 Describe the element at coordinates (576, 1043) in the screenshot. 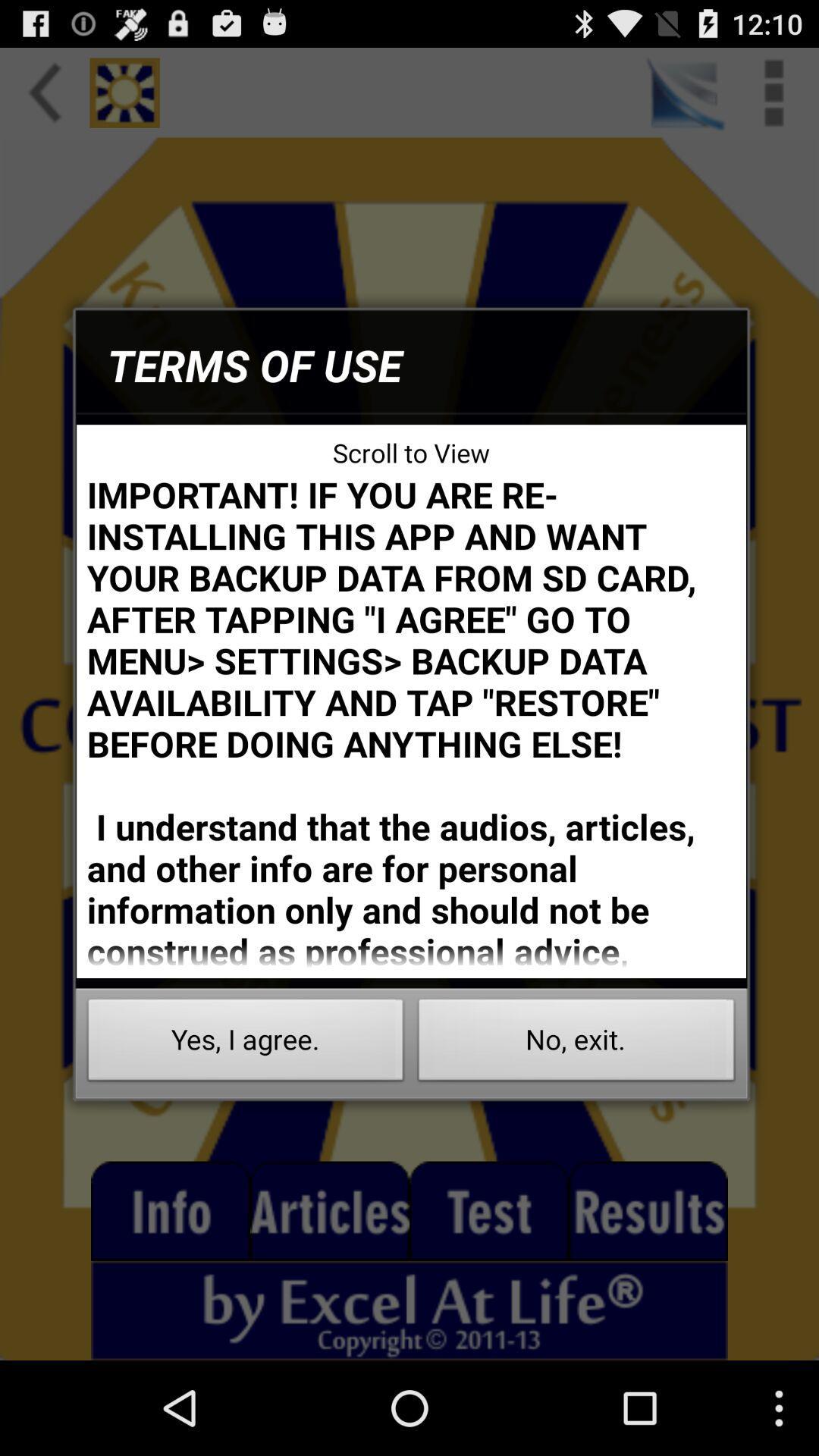

I see `the item to the right of the yes, i agree. item` at that location.